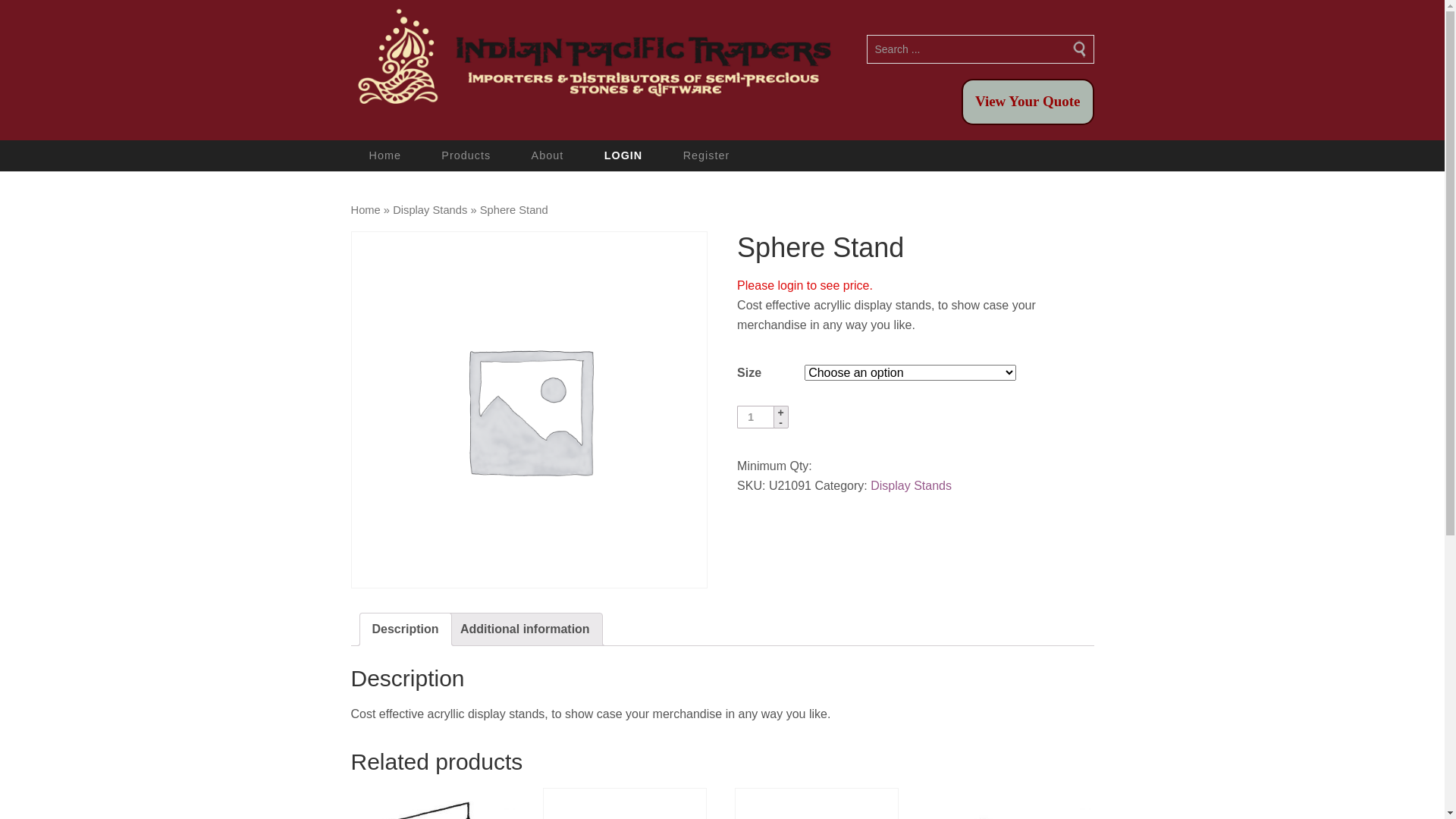 This screenshot has width=1456, height=819. What do you see at coordinates (365, 210) in the screenshot?
I see `'Home'` at bounding box center [365, 210].